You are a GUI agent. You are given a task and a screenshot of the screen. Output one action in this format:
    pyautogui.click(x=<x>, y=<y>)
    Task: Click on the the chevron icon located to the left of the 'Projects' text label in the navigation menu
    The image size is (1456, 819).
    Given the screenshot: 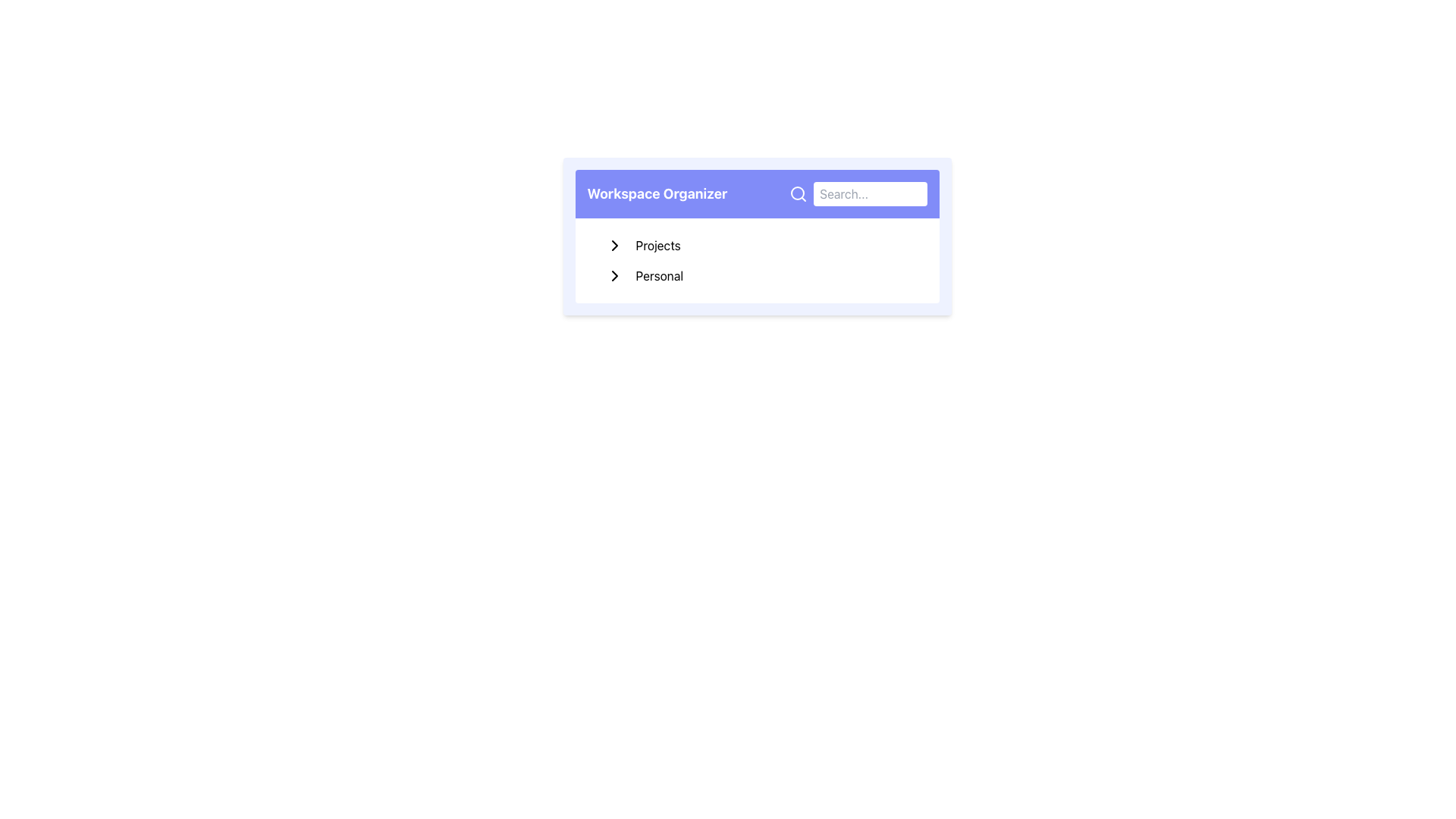 What is the action you would take?
    pyautogui.click(x=614, y=245)
    